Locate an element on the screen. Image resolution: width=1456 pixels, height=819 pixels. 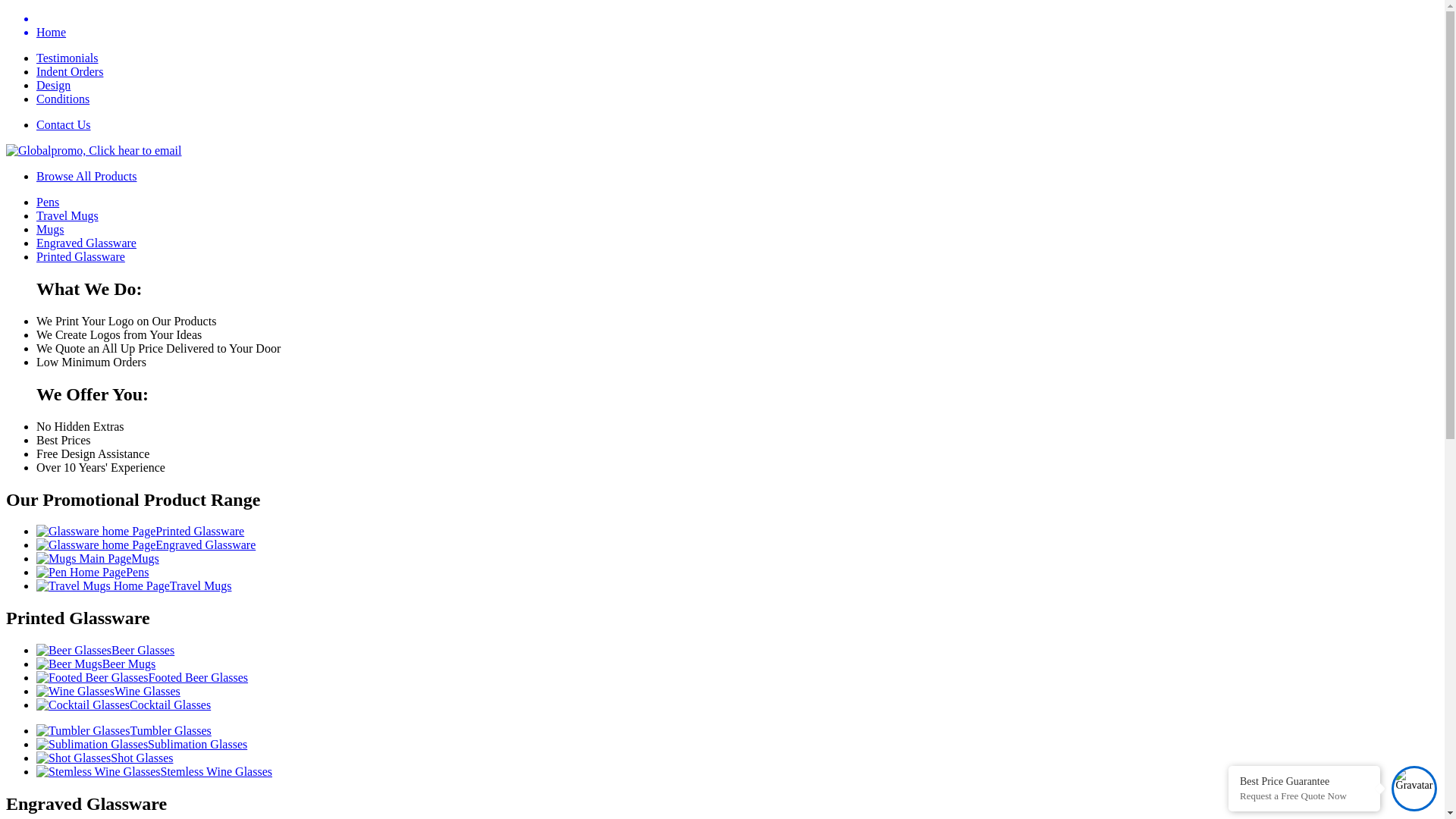
'Home' is located at coordinates (737, 26).